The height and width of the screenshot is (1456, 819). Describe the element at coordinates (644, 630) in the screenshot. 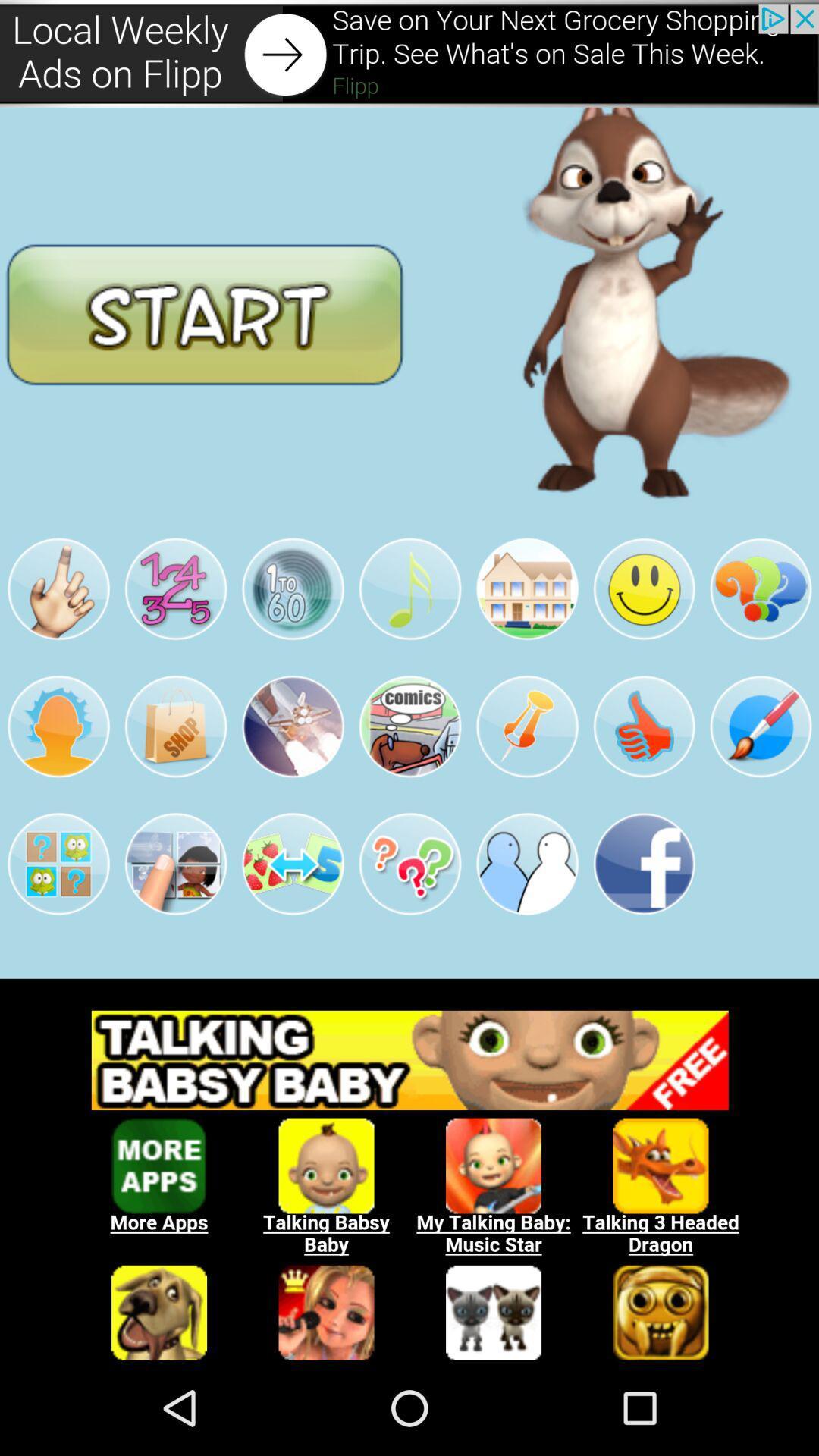

I see `the emoji icon` at that location.